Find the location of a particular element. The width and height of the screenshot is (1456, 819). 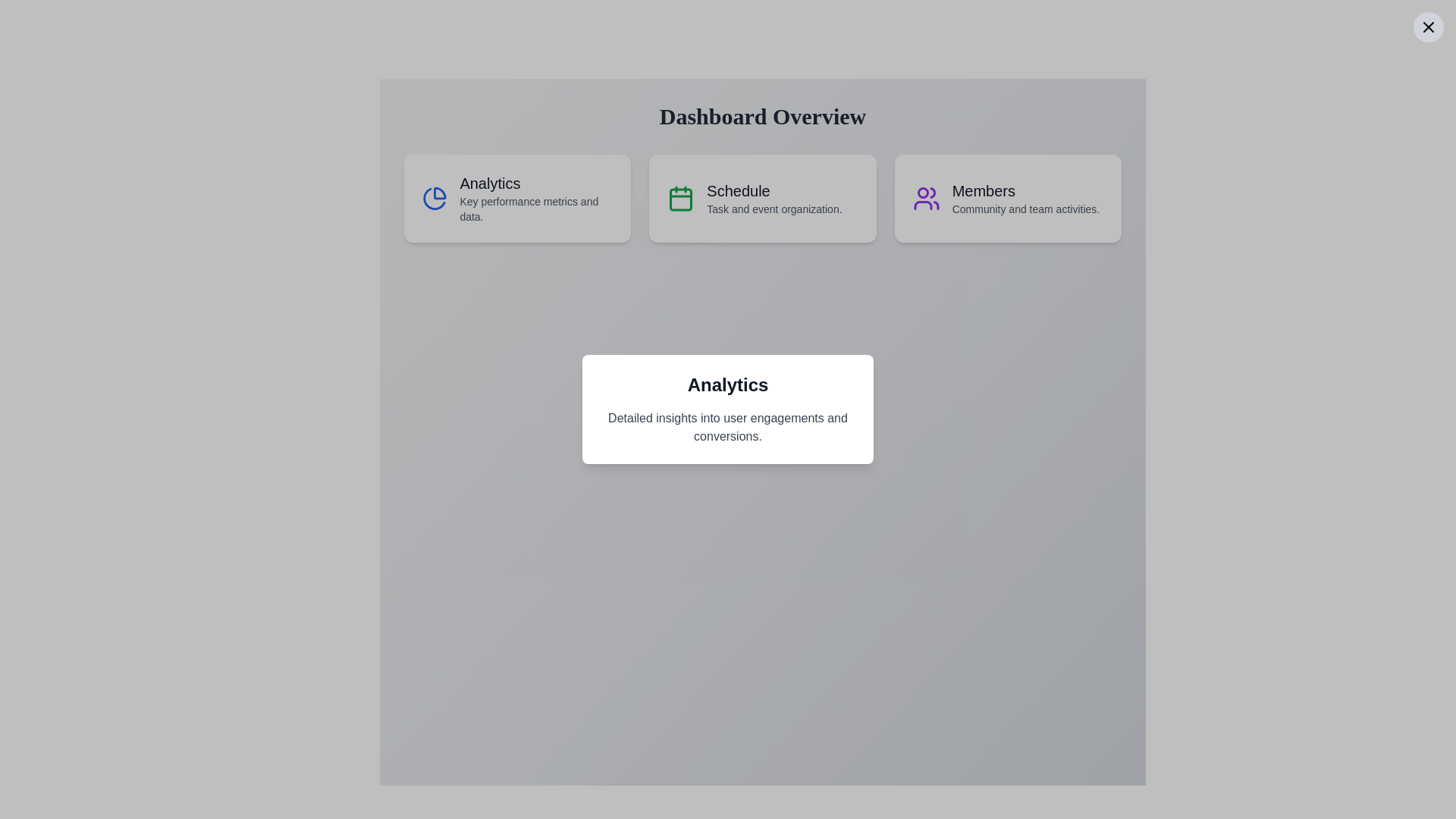

the text label reading 'Community and team activities.' which is styled in light gray and positioned below the 'Members' title on the rightmost card under 'Dashboard Overview.' is located at coordinates (1025, 209).